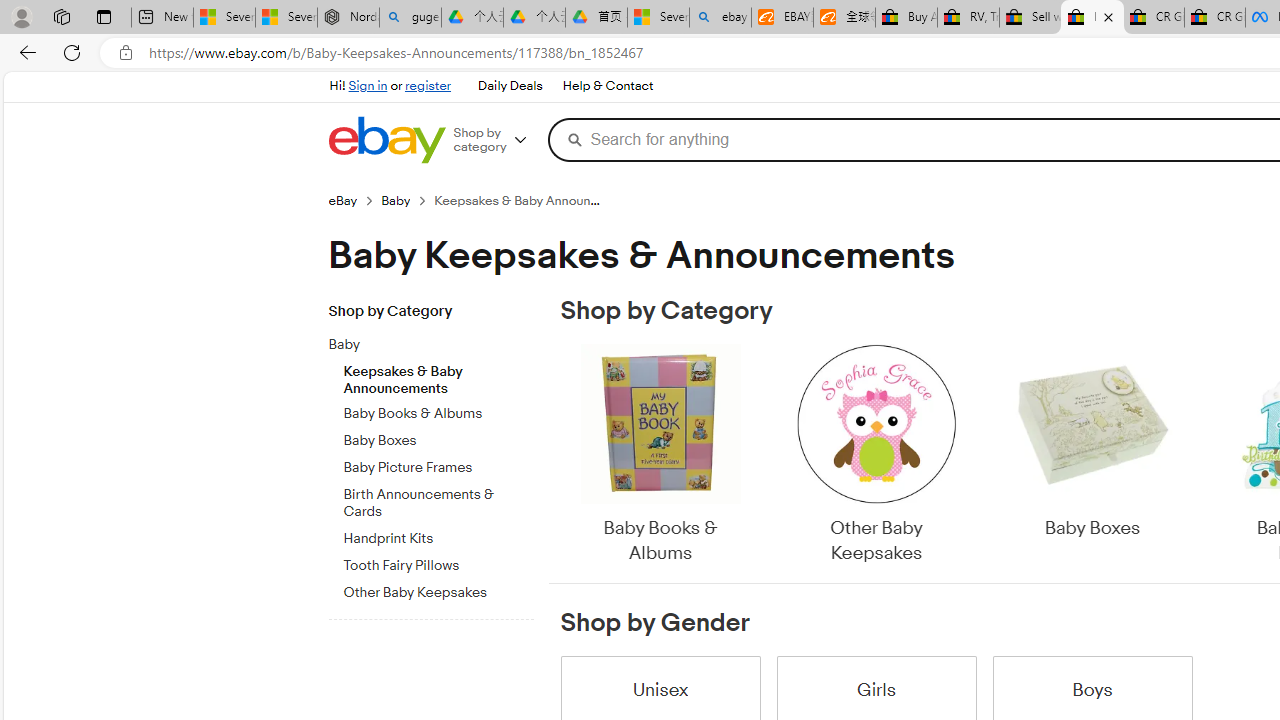 Image resolution: width=1280 pixels, height=720 pixels. I want to click on 'Help & Contact', so click(607, 86).